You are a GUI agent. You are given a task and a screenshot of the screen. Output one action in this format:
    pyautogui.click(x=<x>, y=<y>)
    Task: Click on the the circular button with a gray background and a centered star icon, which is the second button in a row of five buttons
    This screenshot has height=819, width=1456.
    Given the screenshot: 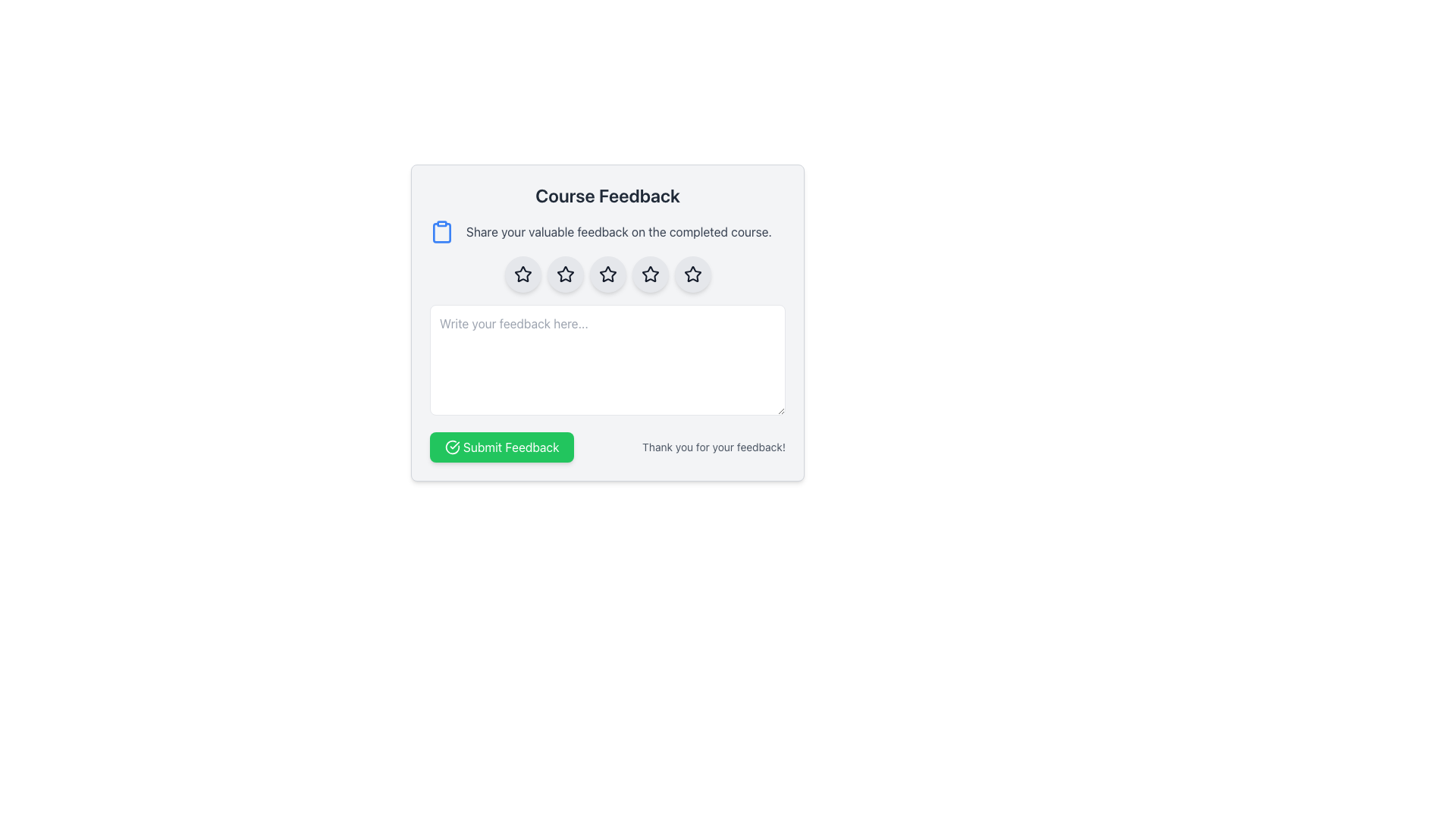 What is the action you would take?
    pyautogui.click(x=564, y=275)
    